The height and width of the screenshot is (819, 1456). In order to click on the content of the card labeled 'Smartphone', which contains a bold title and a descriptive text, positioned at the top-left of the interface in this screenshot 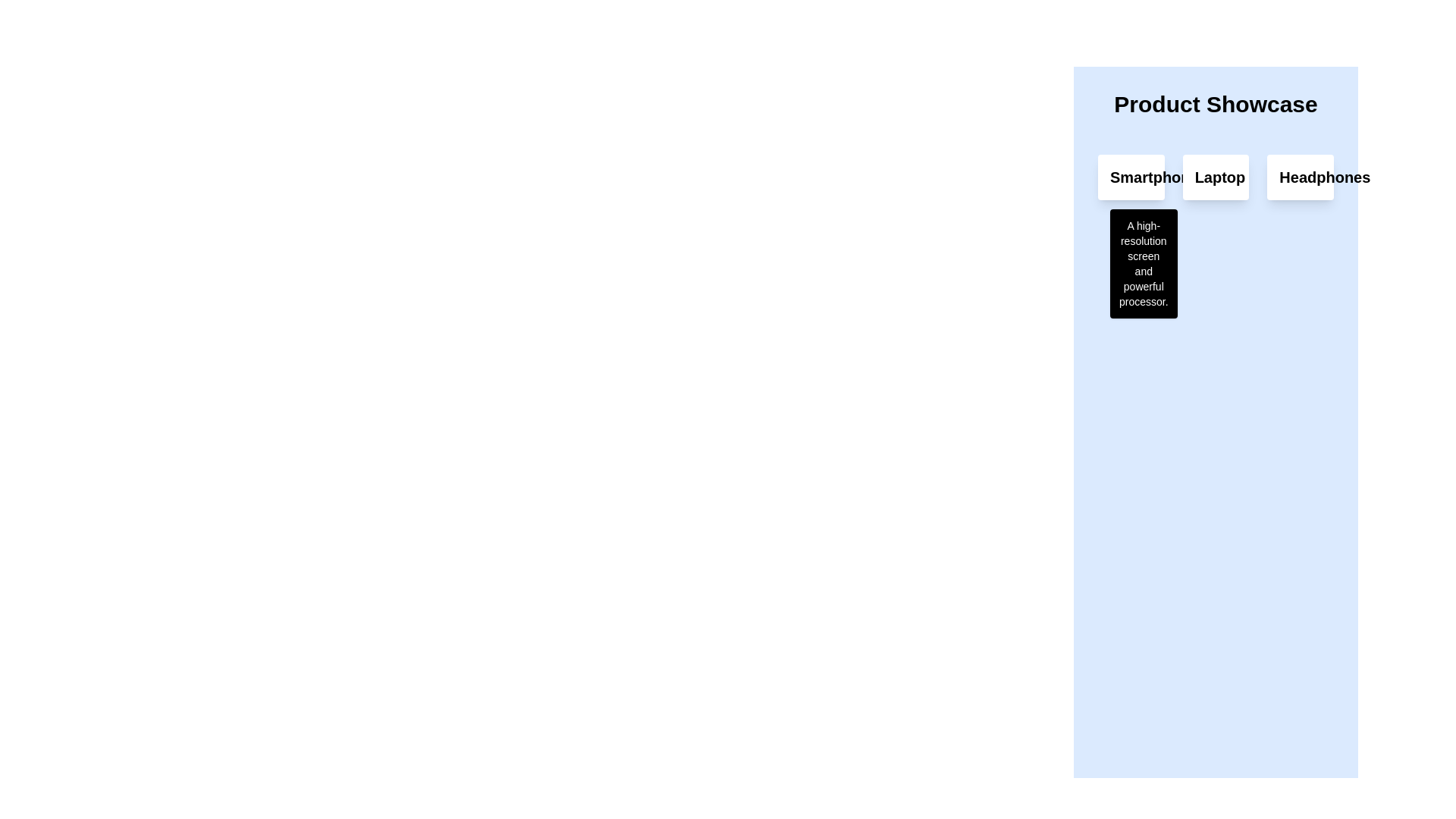, I will do `click(1131, 177)`.